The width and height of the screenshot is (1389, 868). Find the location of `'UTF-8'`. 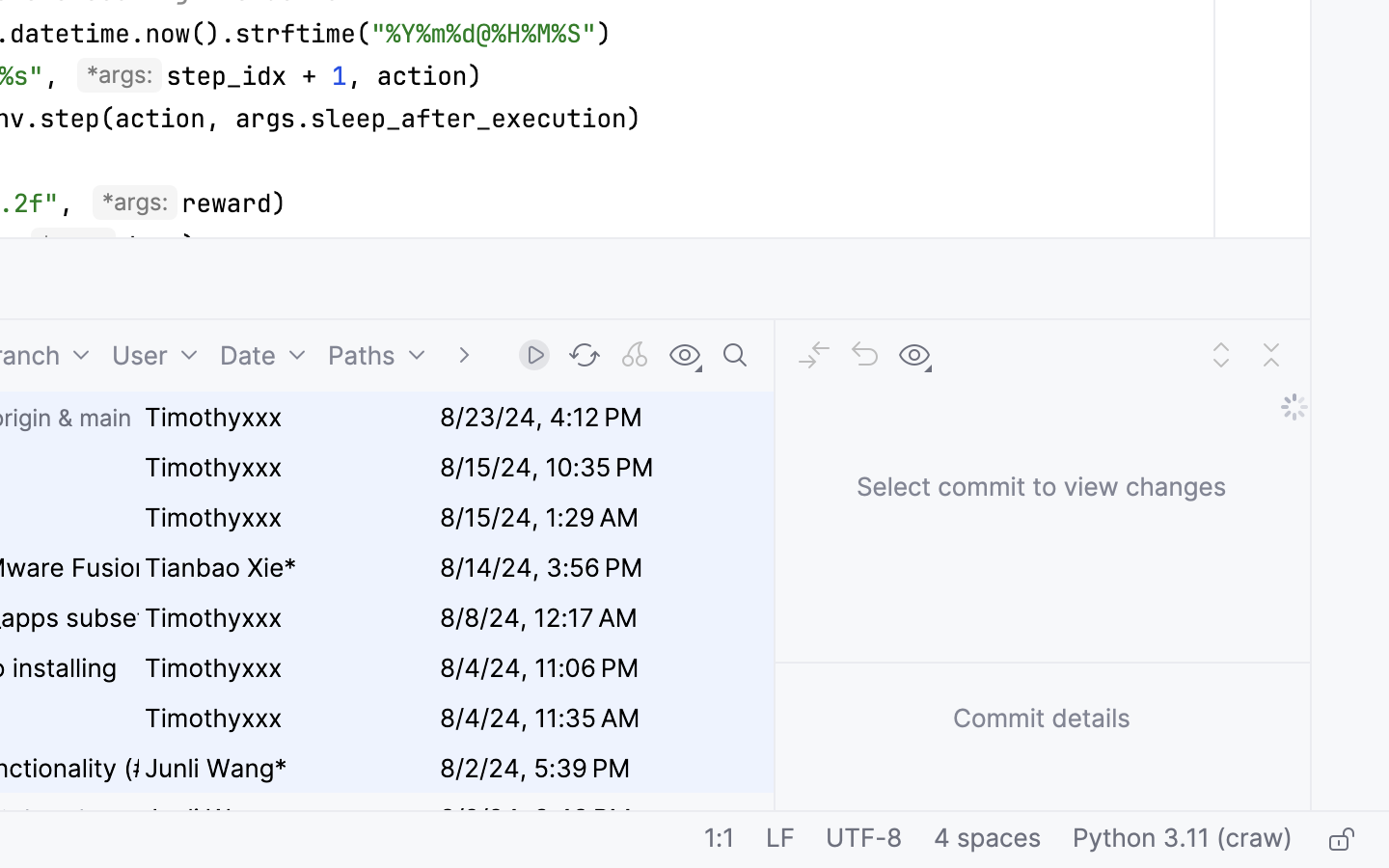

'UTF-8' is located at coordinates (862, 840).